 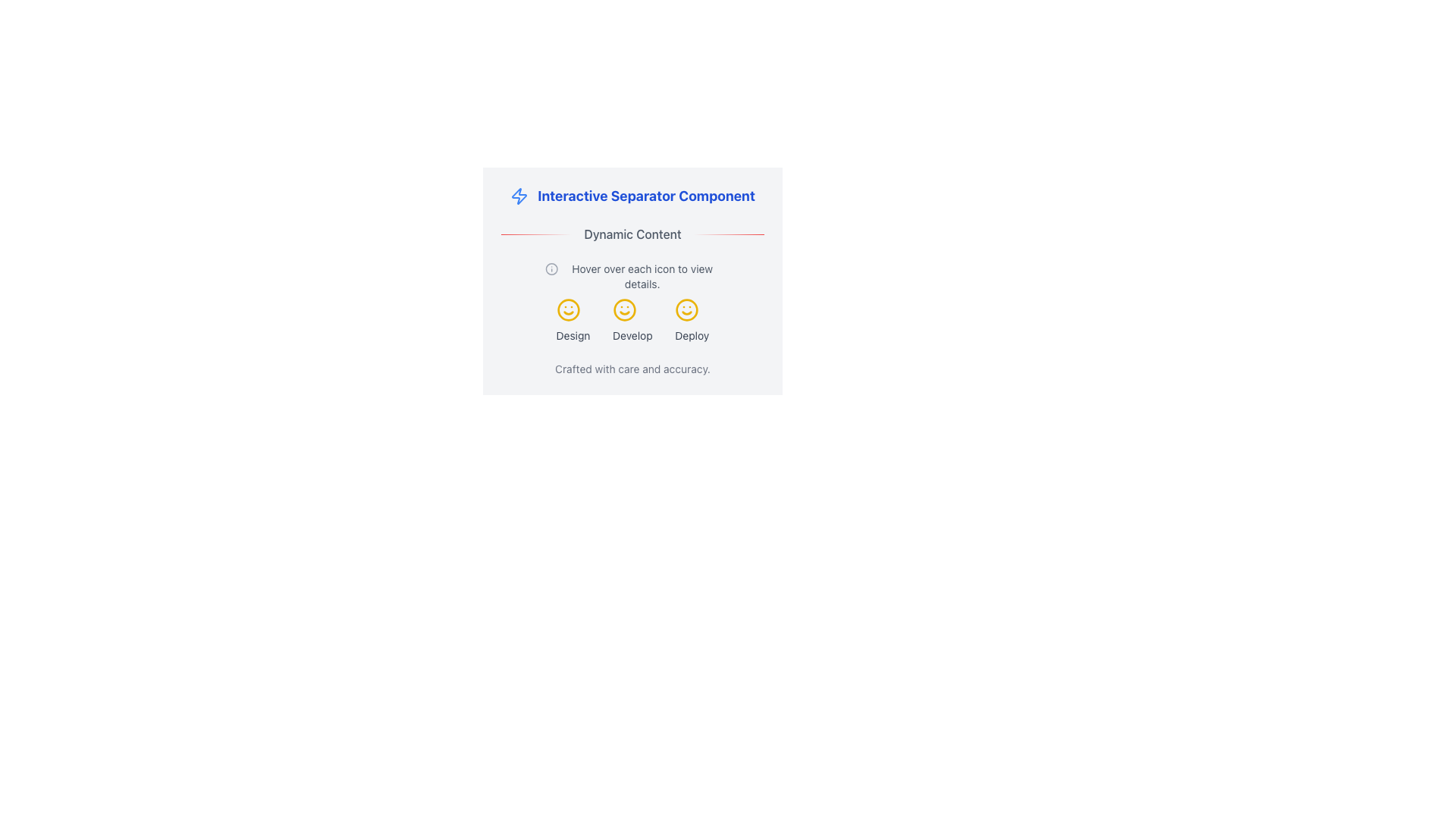 I want to click on the thin horizontal separator line with a gradient color transitioning from red to transparent, located to the left of the text 'Dynamic Content', so click(x=536, y=234).